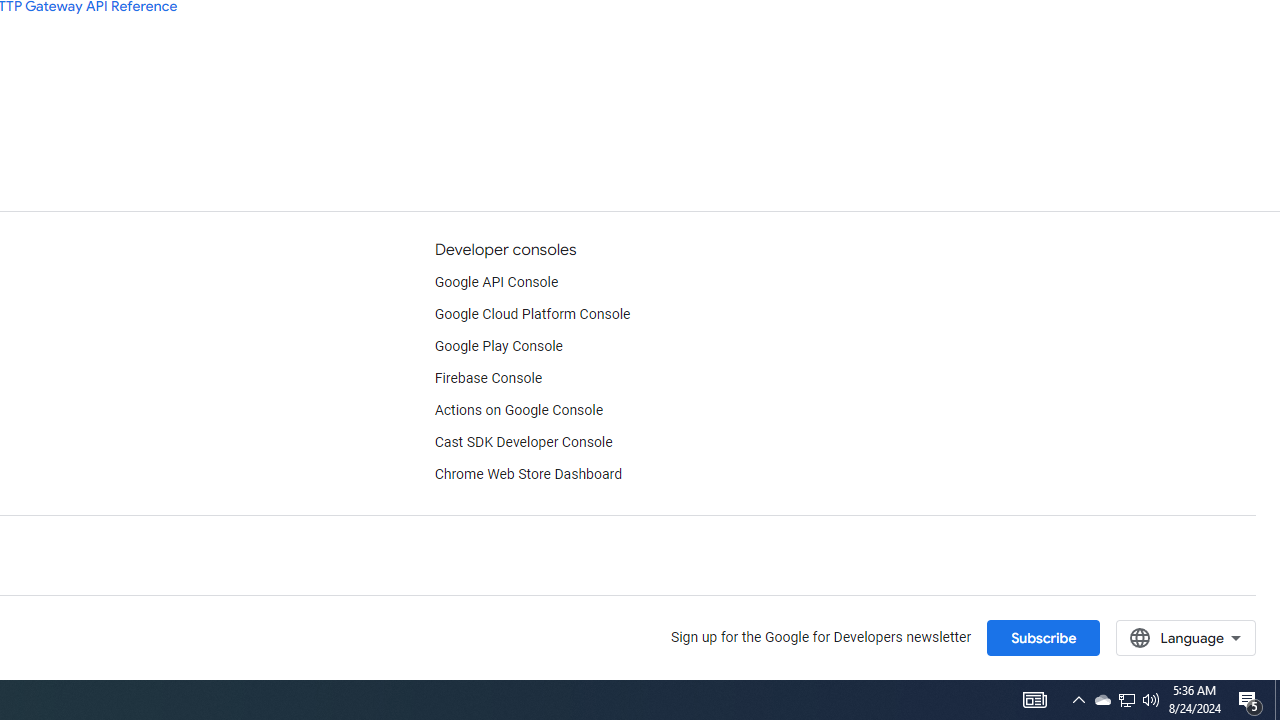  I want to click on 'Google Cloud Platform Console', so click(532, 315).